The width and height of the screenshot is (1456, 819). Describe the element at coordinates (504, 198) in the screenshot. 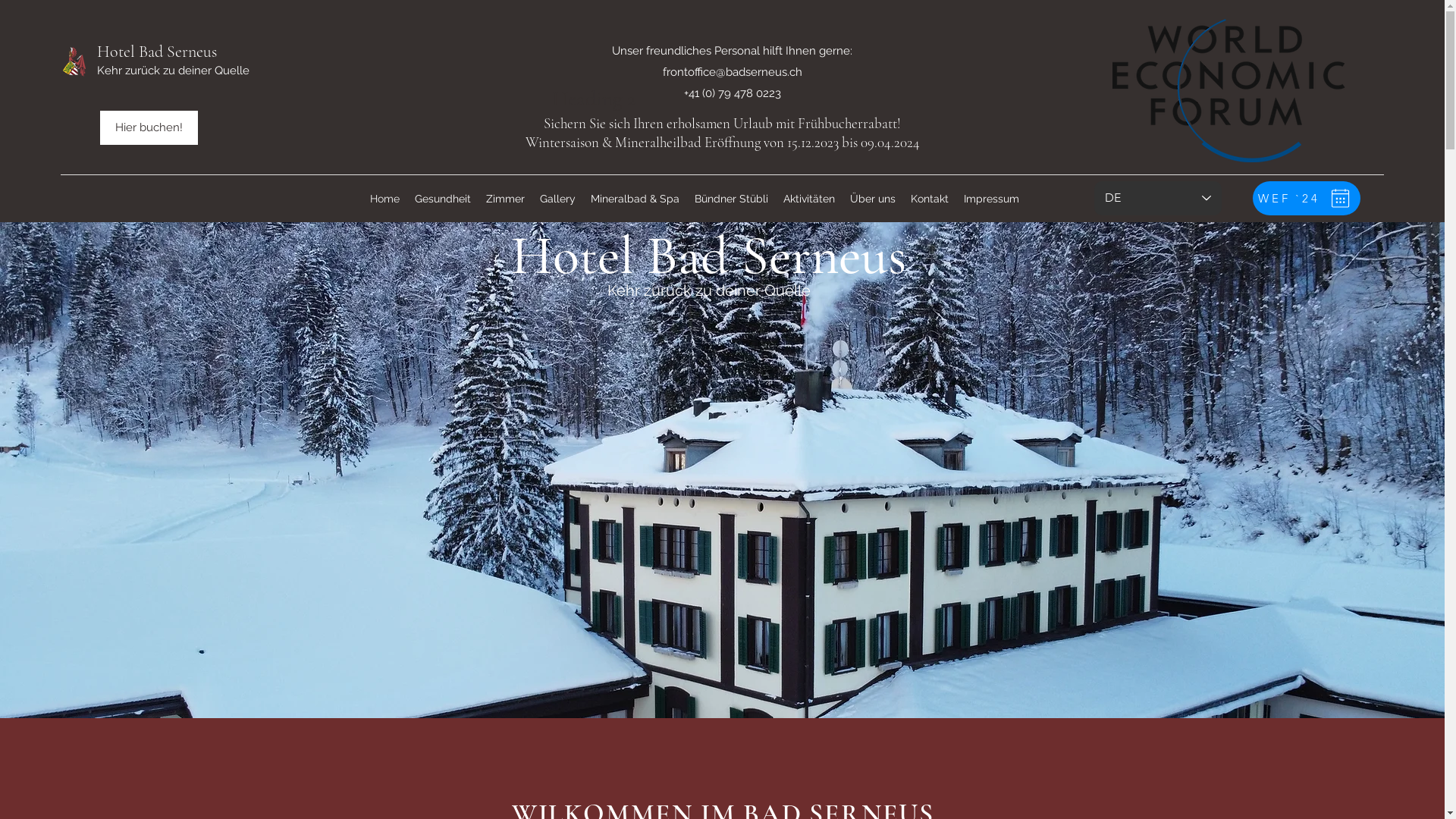

I see `'Zimmer'` at that location.